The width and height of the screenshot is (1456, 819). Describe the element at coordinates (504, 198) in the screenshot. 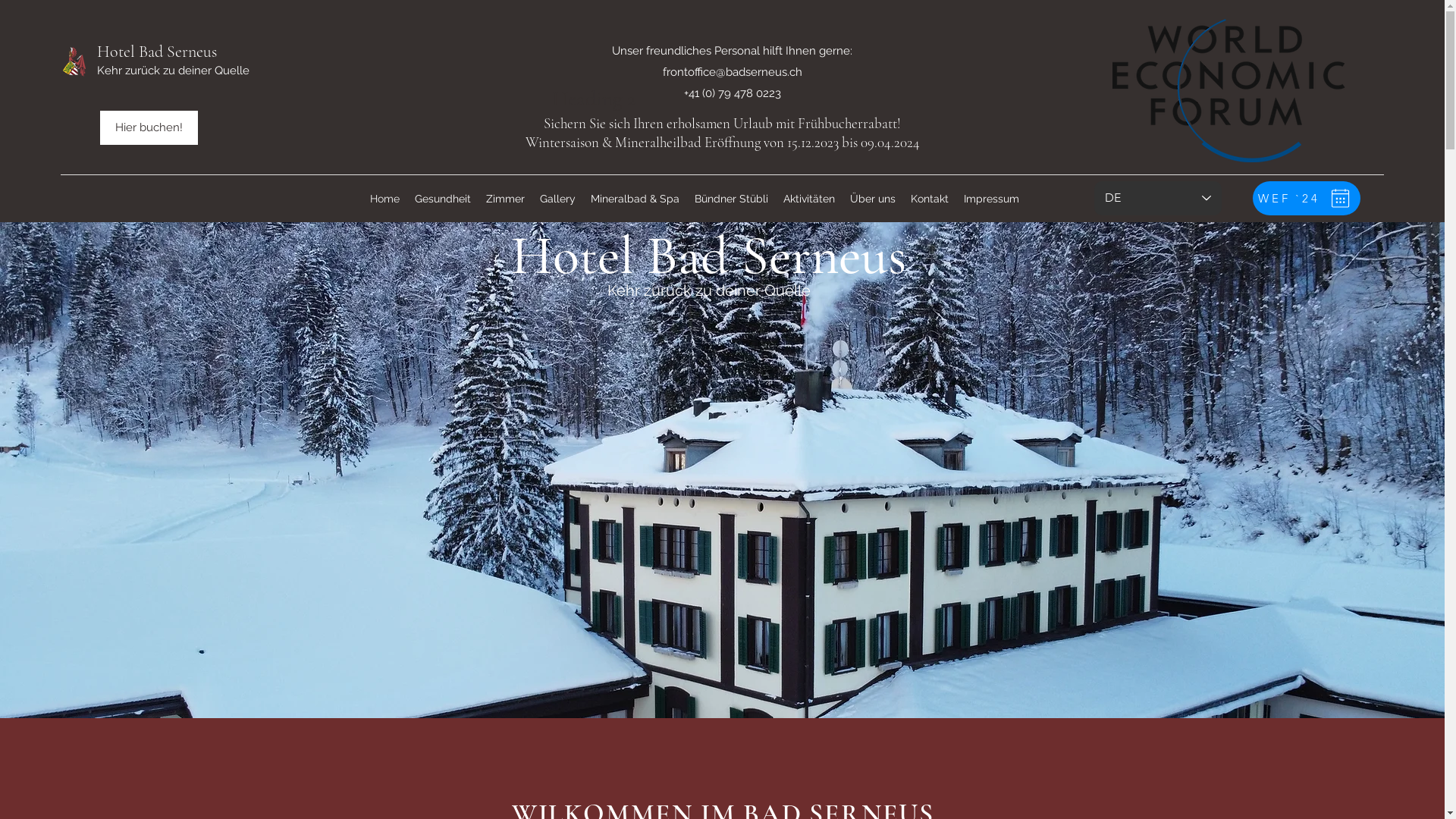

I see `'Zimmer'` at that location.